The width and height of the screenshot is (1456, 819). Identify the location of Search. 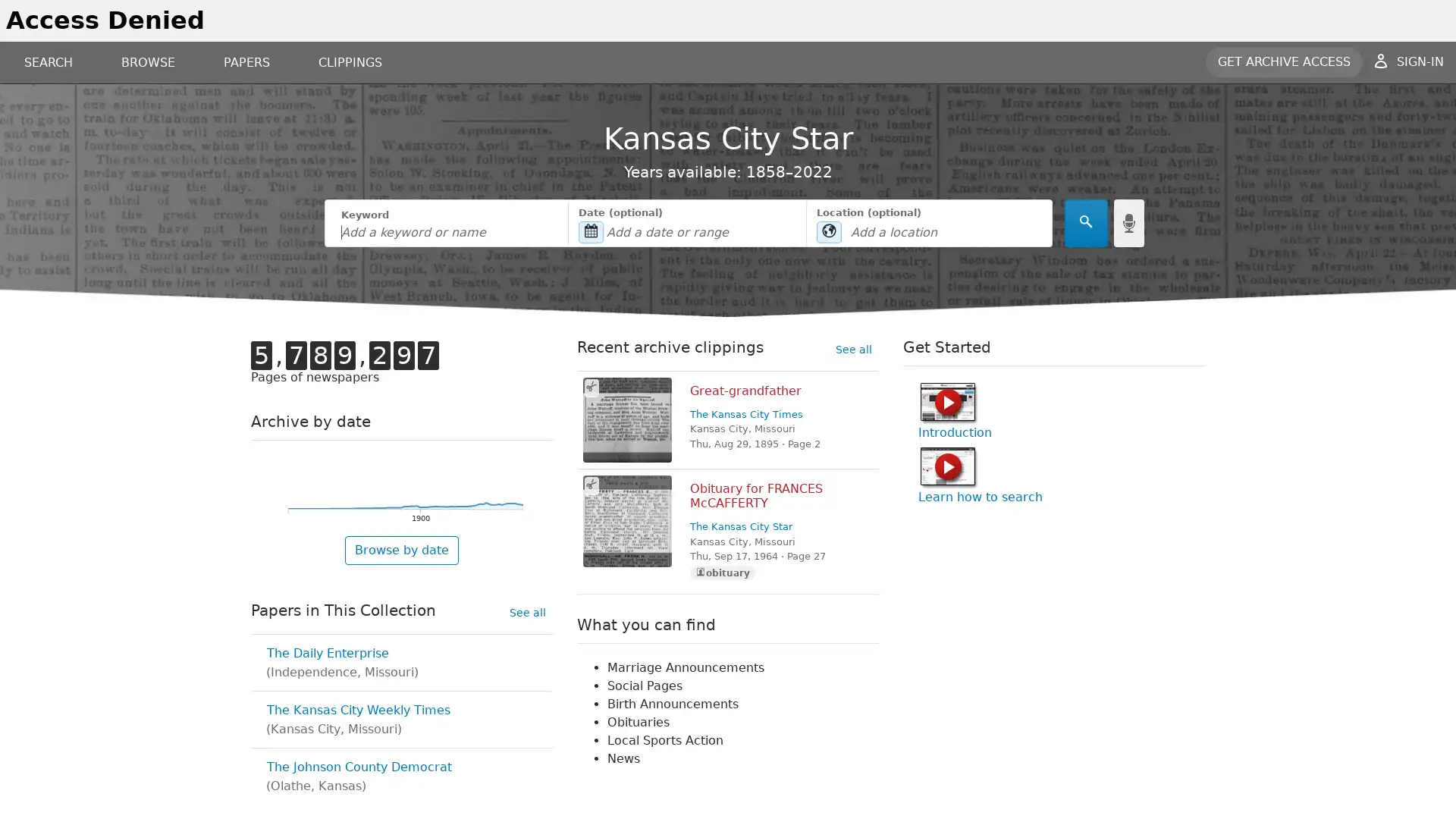
(1084, 223).